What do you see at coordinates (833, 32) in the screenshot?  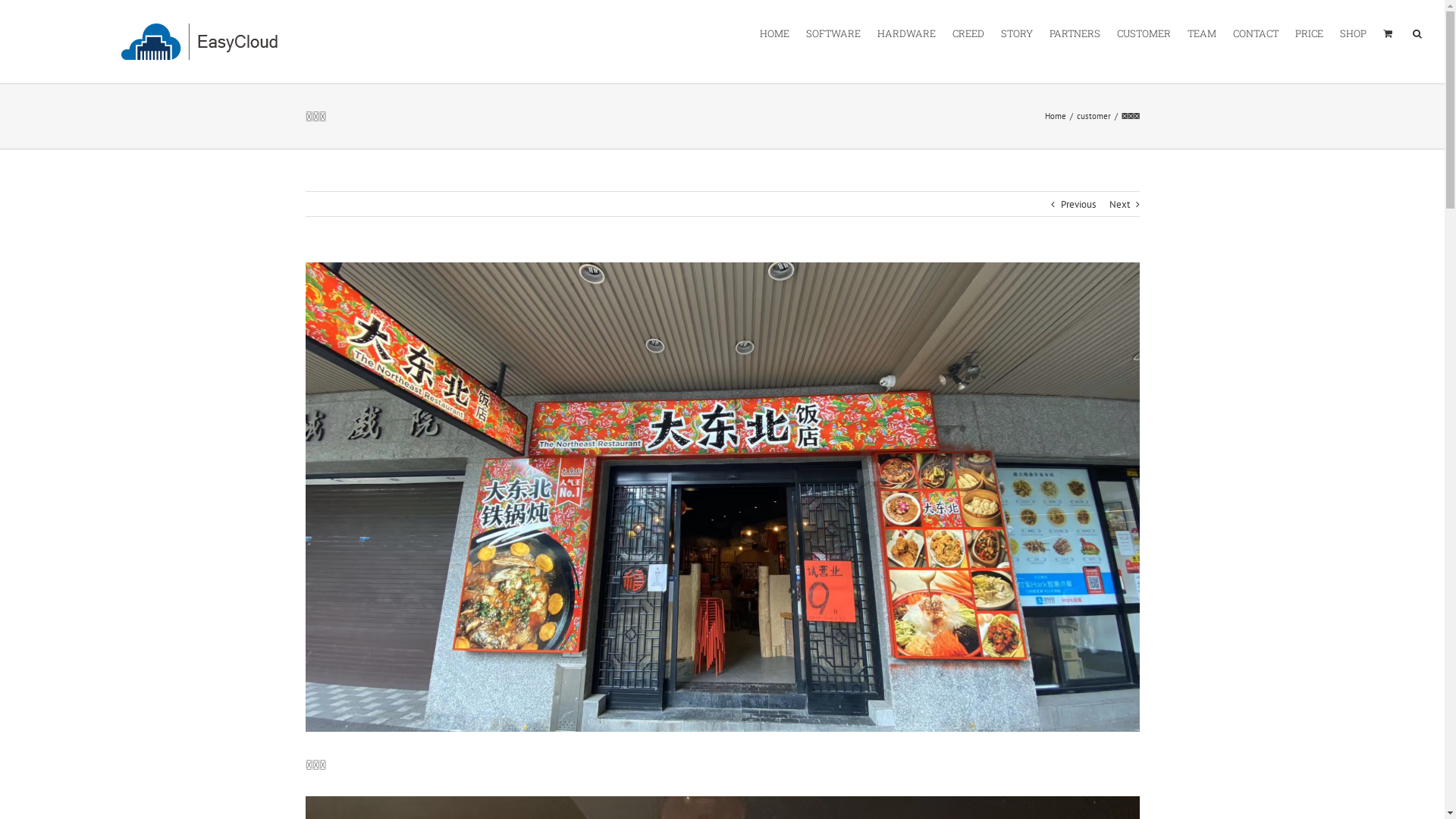 I see `'SOFTWARE'` at bounding box center [833, 32].